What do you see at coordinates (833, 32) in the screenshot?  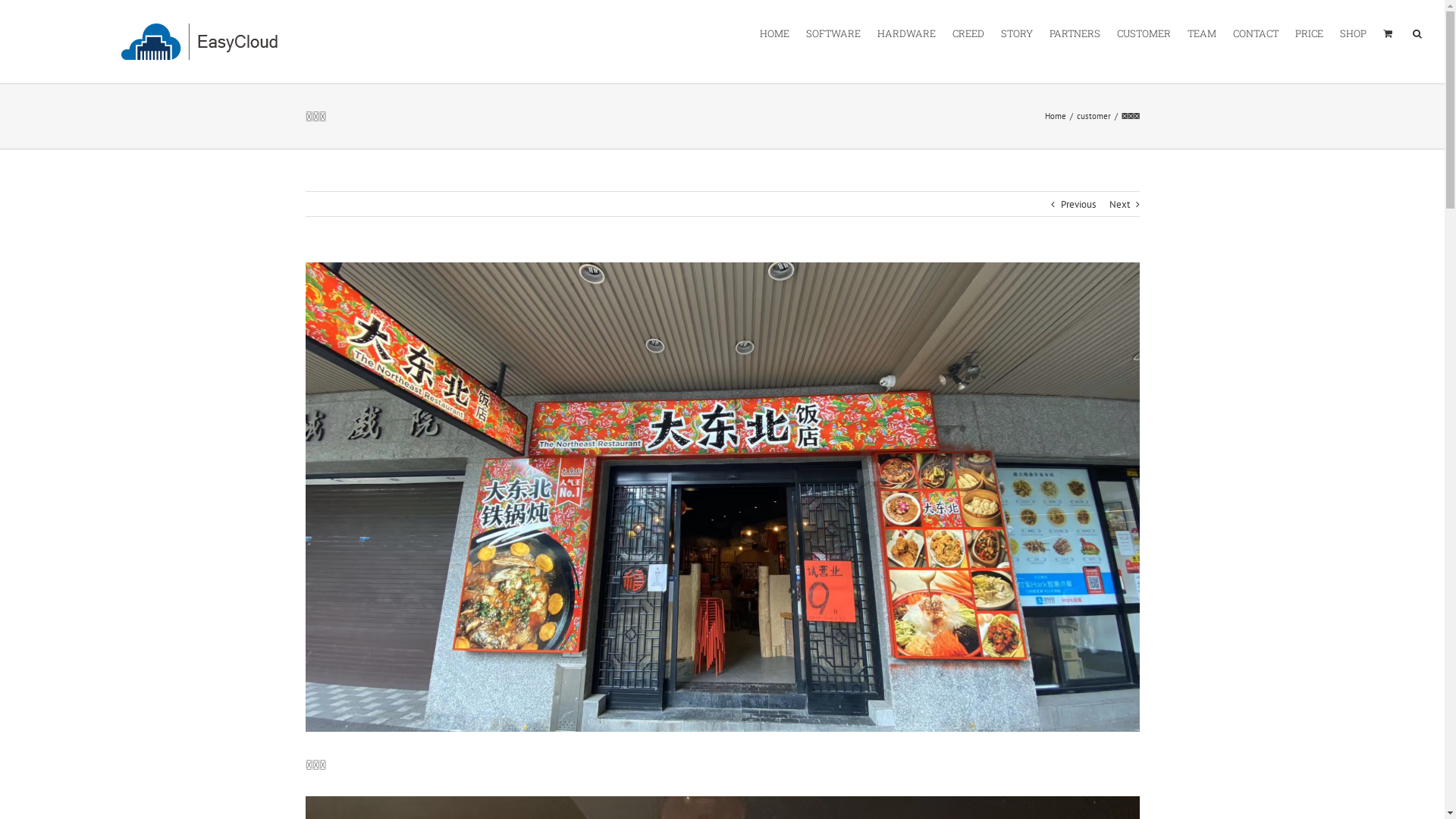 I see `'SOFTWARE'` at bounding box center [833, 32].